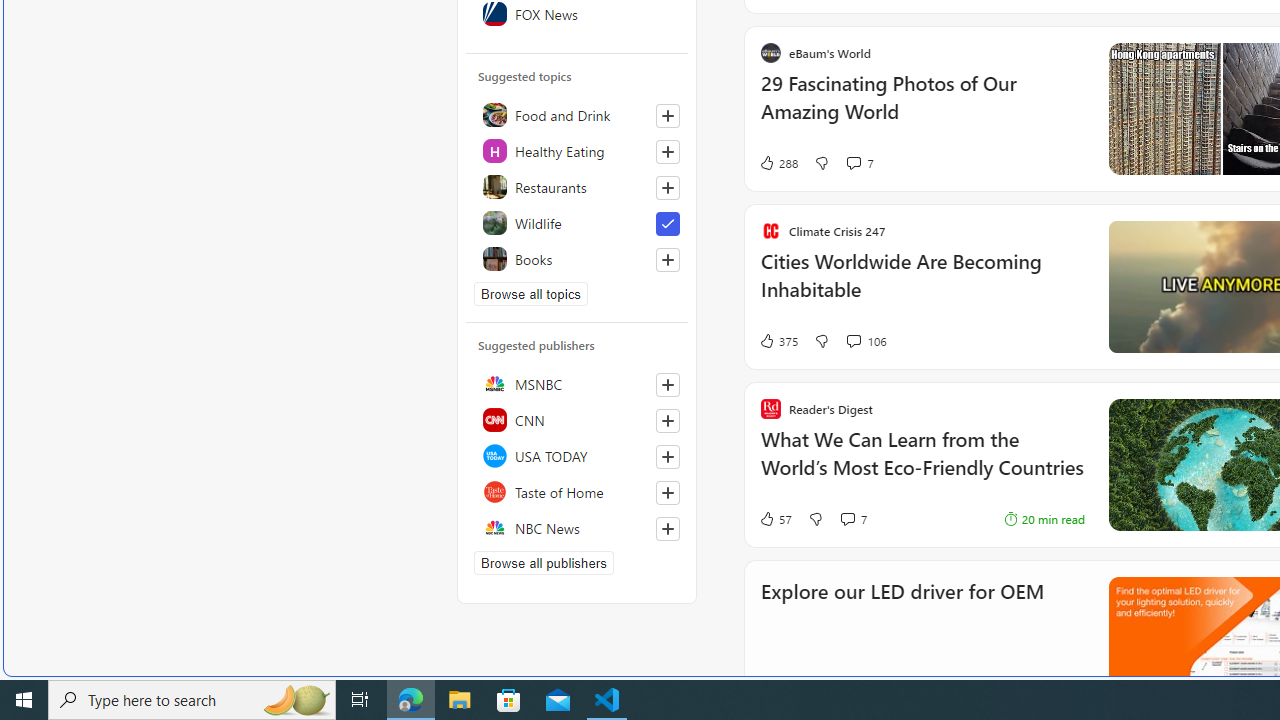 This screenshot has height=720, width=1280. Describe the element at coordinates (668, 527) in the screenshot. I see `'Follow this source'` at that location.